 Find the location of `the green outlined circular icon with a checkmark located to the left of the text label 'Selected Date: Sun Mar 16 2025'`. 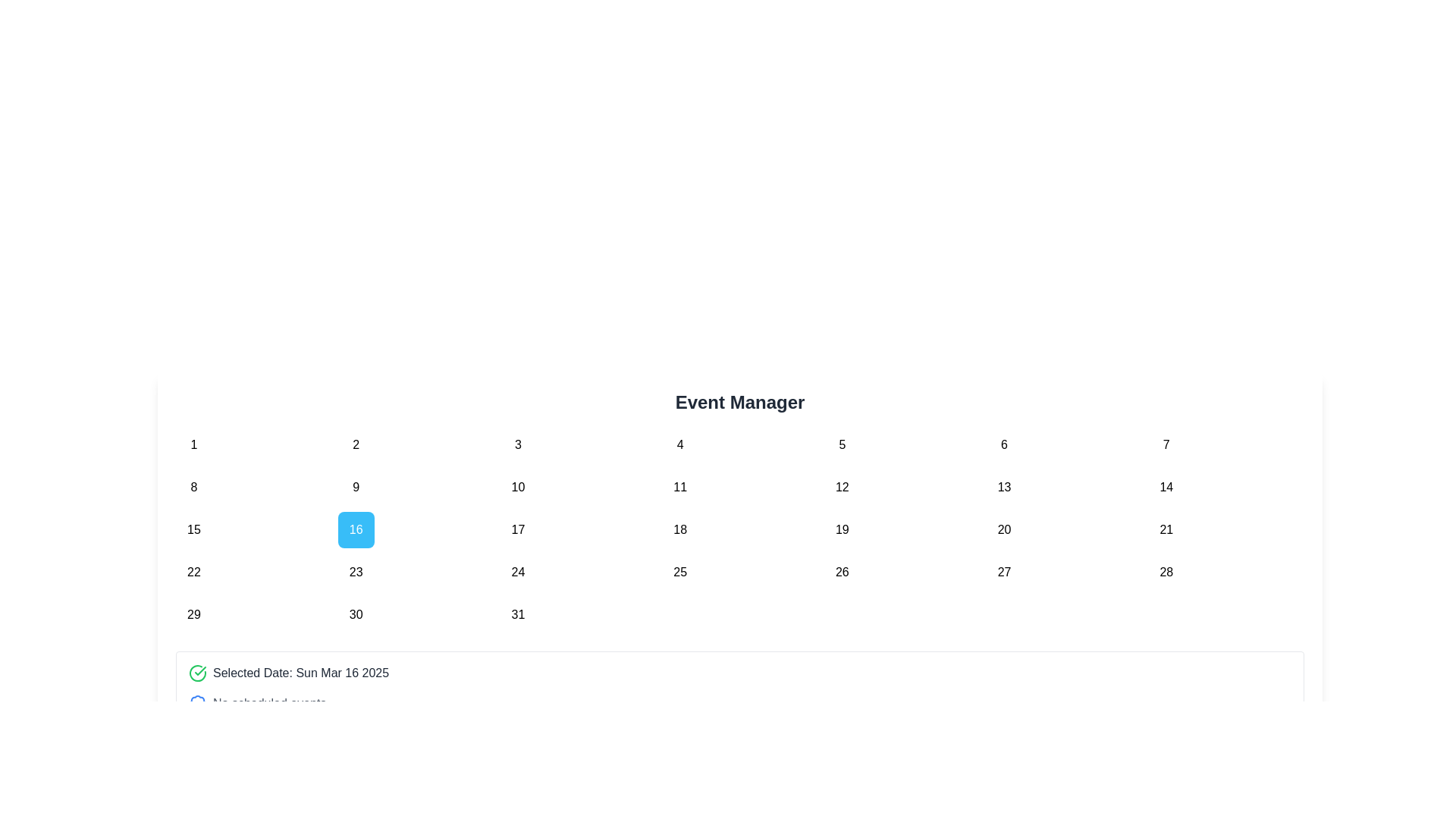

the green outlined circular icon with a checkmark located to the left of the text label 'Selected Date: Sun Mar 16 2025' is located at coordinates (196, 672).